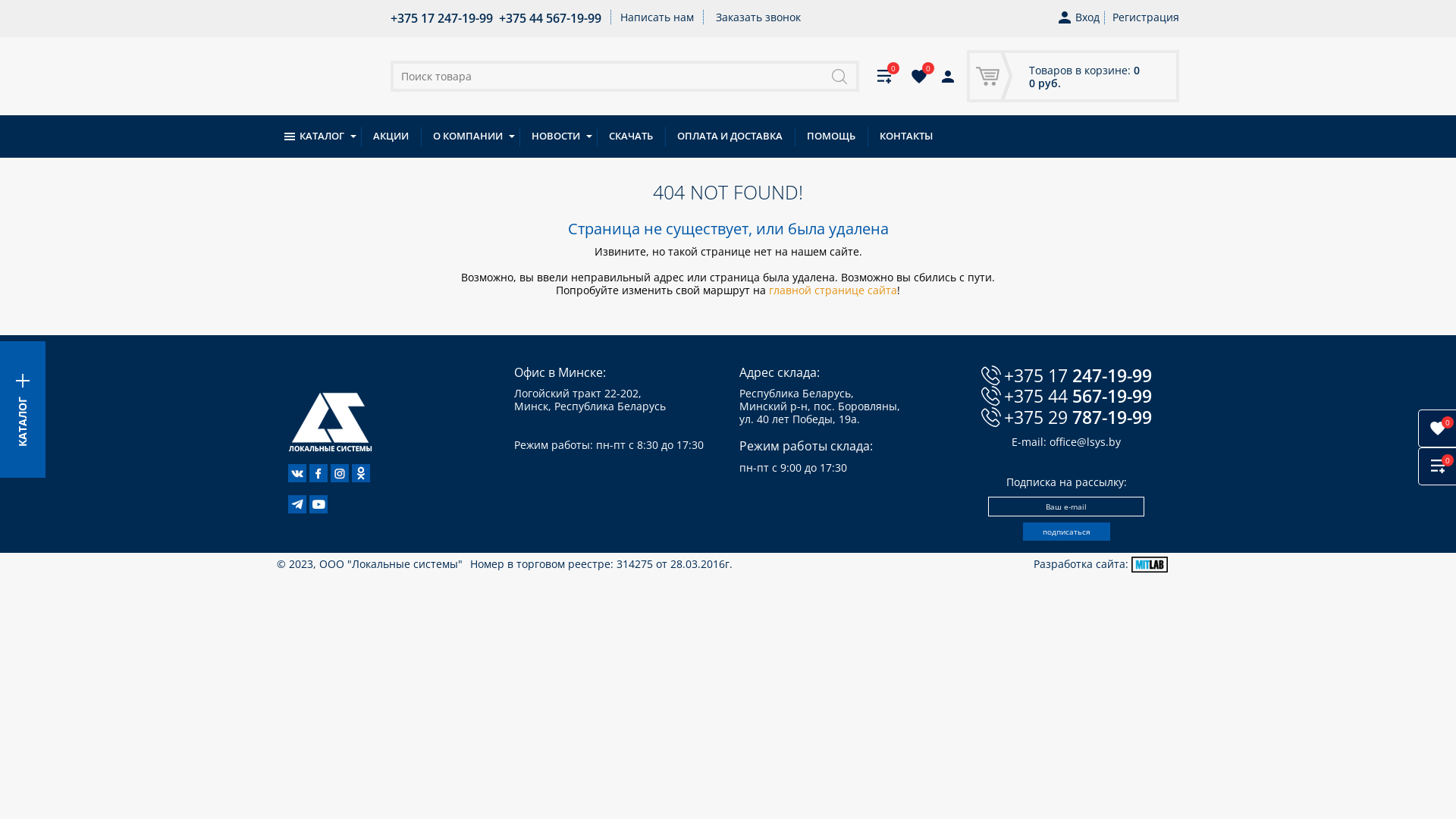 This screenshot has height=819, width=1456. What do you see at coordinates (1084, 441) in the screenshot?
I see `'office@lsys.by'` at bounding box center [1084, 441].